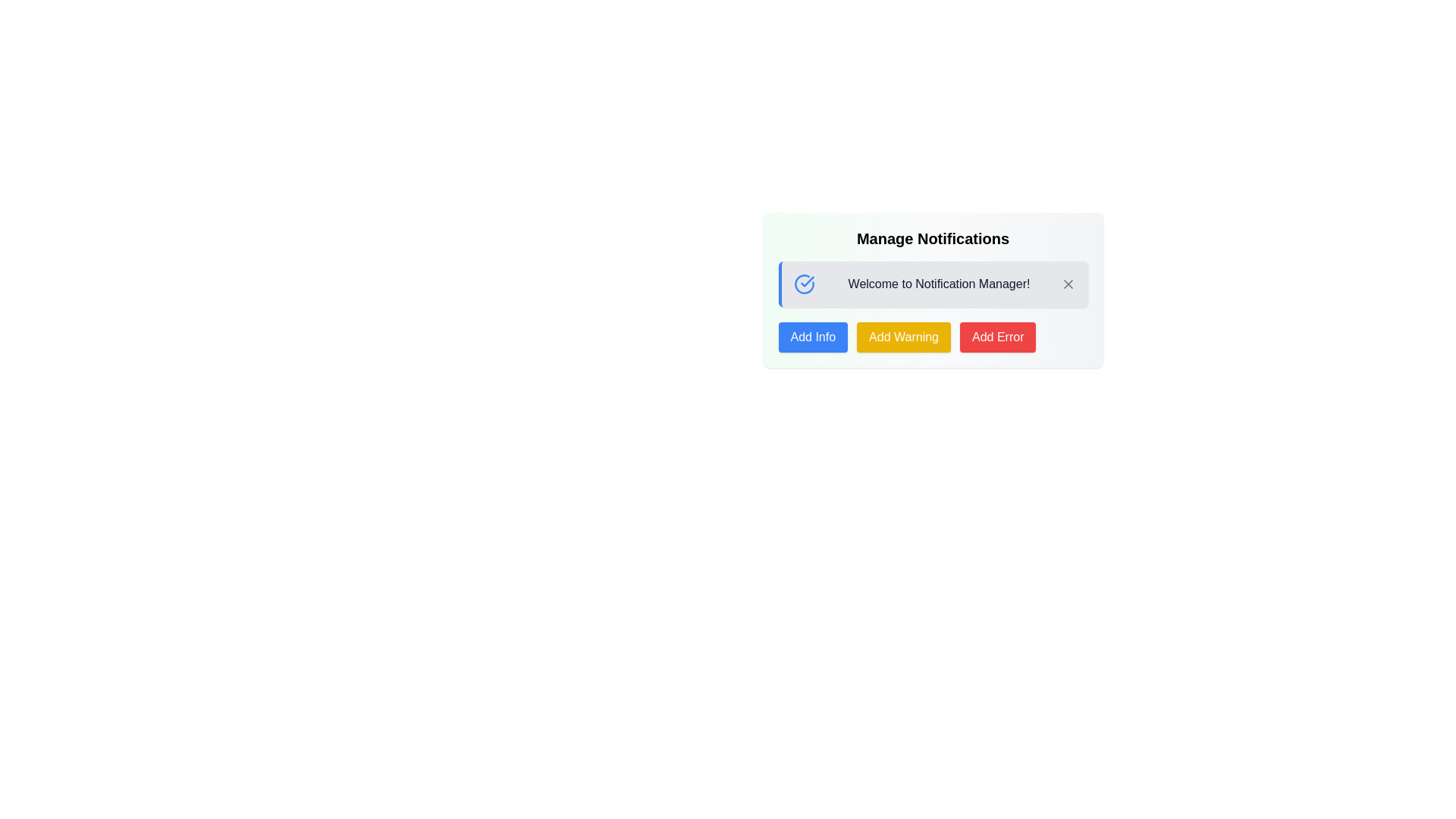 This screenshot has width=1456, height=819. What do you see at coordinates (803, 284) in the screenshot?
I see `the success confirmation icon located to the left of the 'Welcome to Notification Manager!' text in the notification layout` at bounding box center [803, 284].